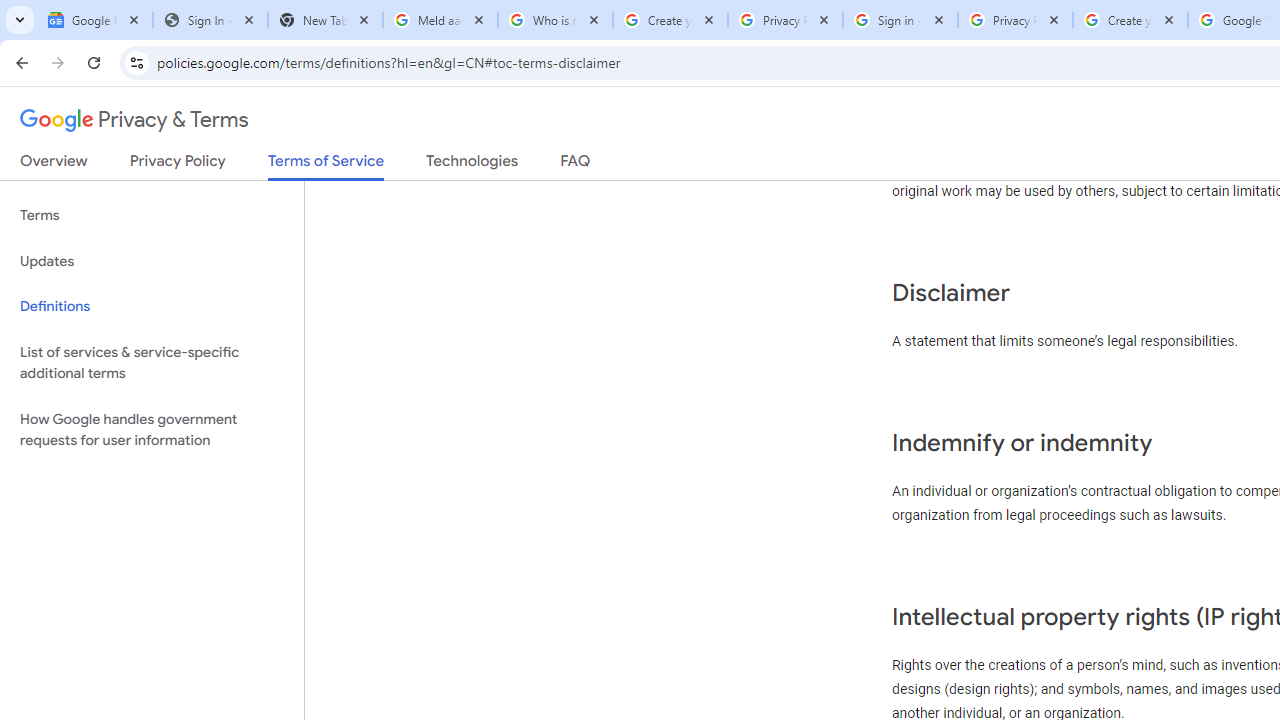  Describe the element at coordinates (177, 164) in the screenshot. I see `'Privacy Policy'` at that location.